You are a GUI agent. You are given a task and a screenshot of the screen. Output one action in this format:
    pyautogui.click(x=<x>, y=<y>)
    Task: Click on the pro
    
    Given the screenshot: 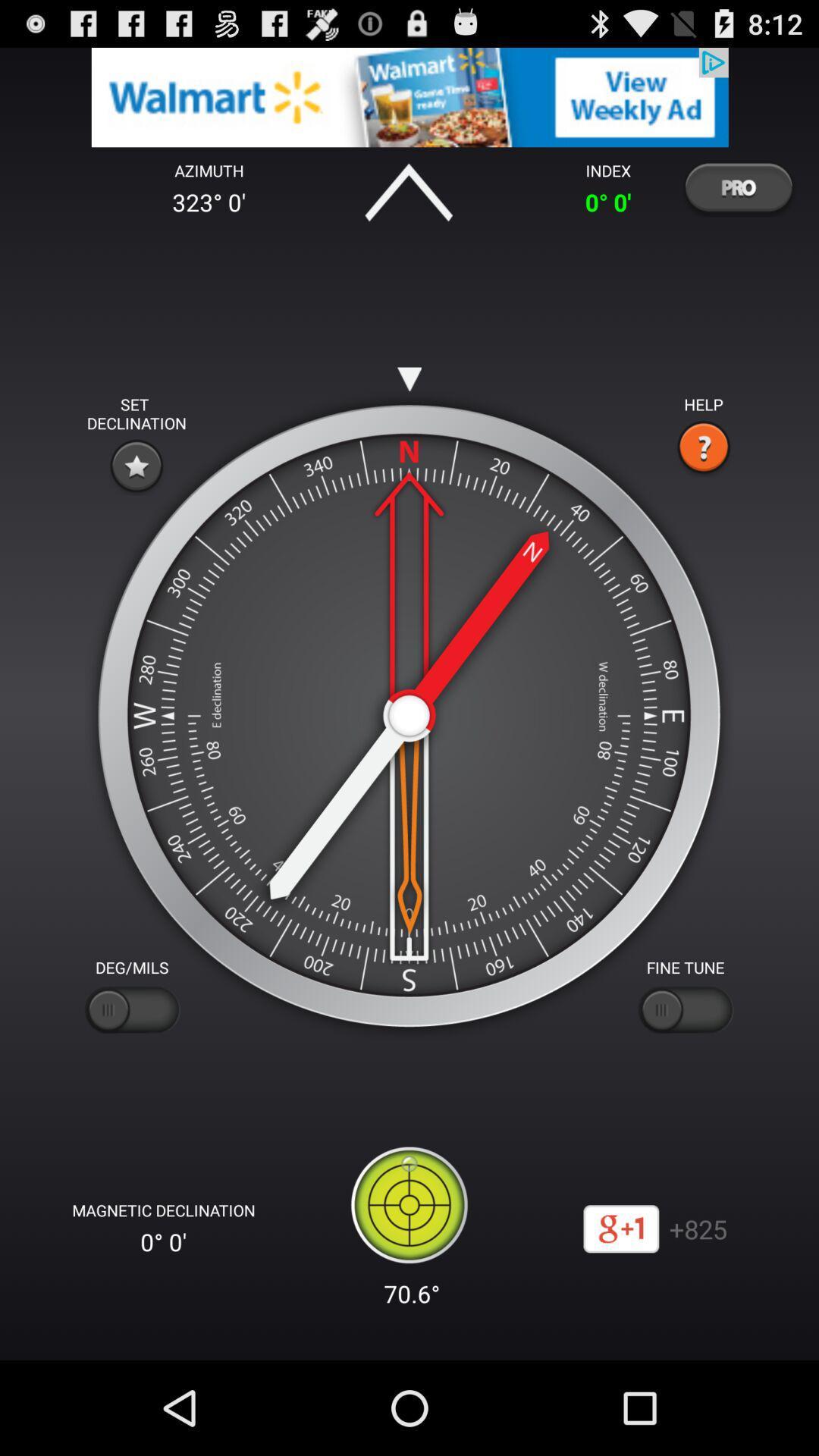 What is the action you would take?
    pyautogui.click(x=737, y=187)
    